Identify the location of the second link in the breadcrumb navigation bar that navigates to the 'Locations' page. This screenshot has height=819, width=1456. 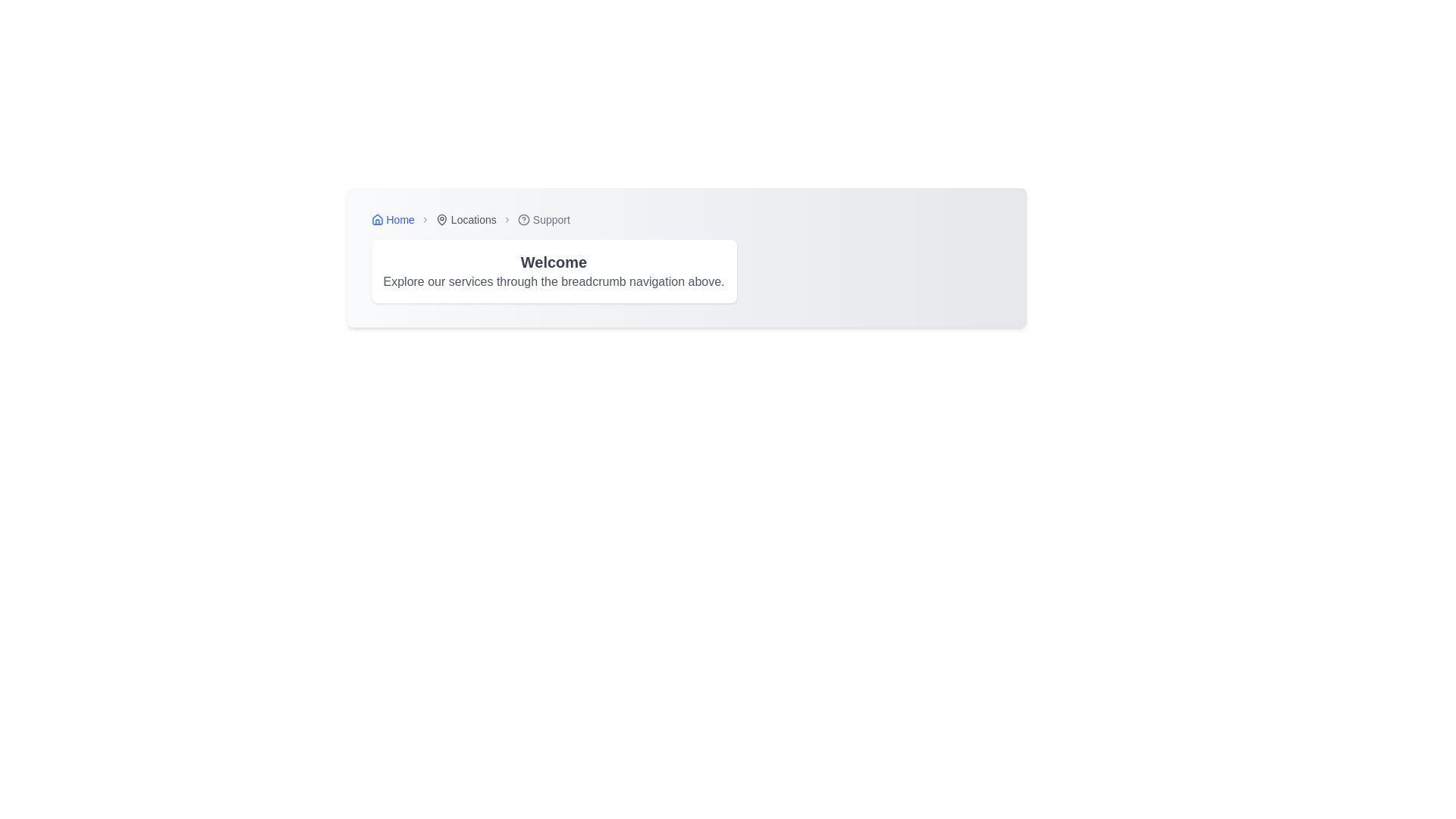
(465, 219).